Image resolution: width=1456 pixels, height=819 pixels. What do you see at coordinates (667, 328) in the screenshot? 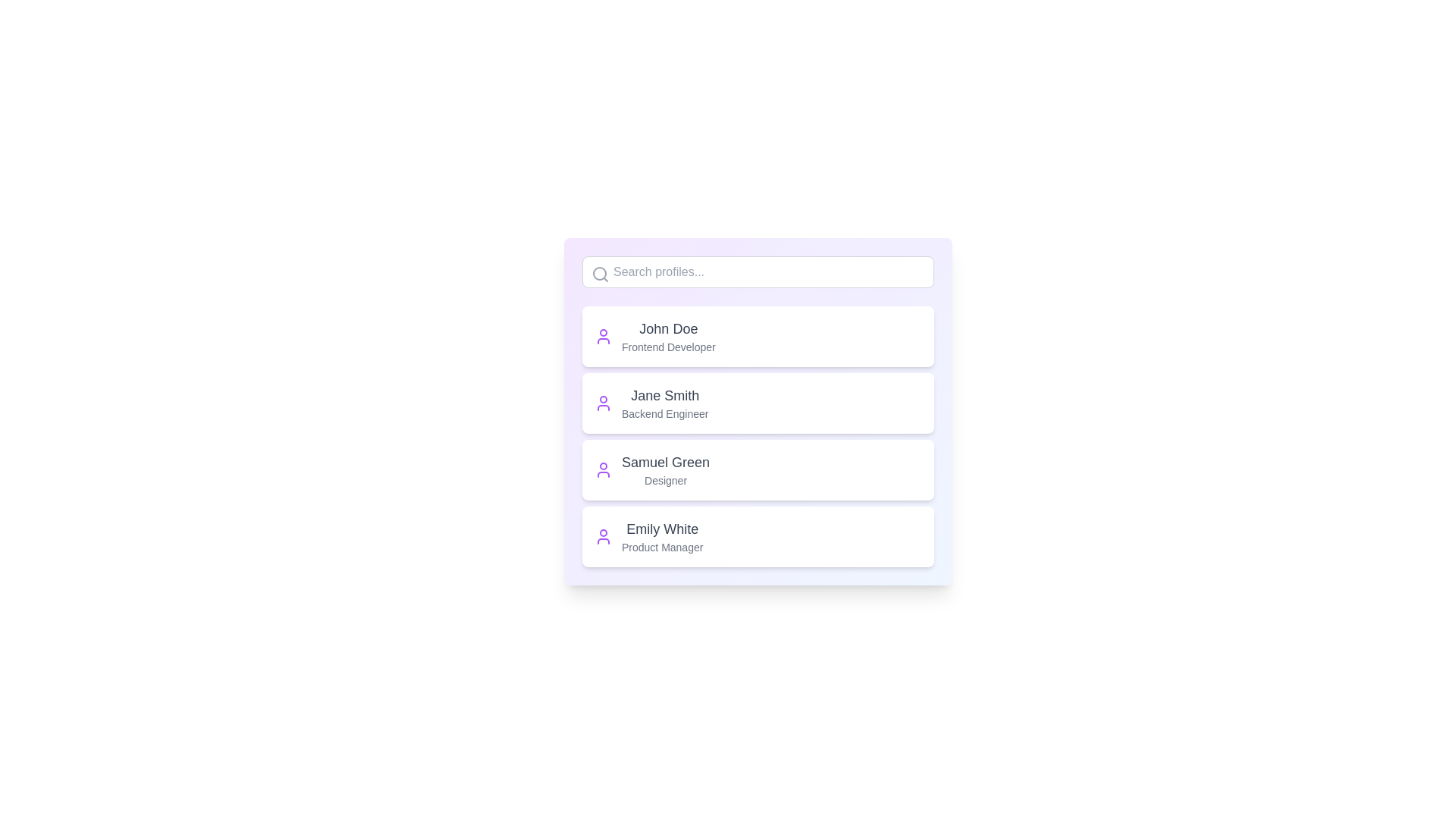
I see `the Text label displaying the name 'John Doe' located at the top left of the user profile list` at bounding box center [667, 328].